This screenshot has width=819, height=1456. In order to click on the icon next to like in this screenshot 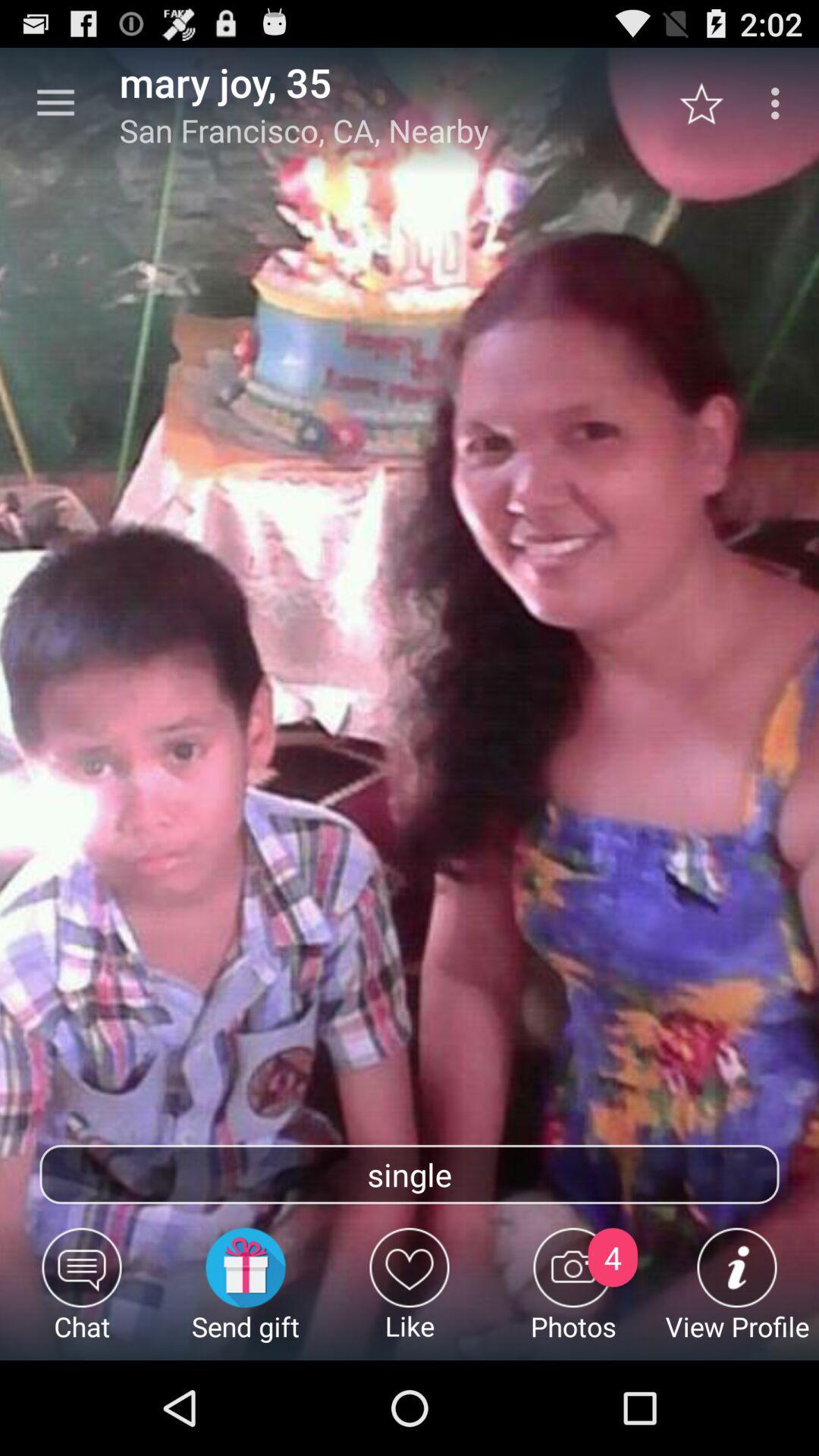, I will do `click(245, 1293)`.